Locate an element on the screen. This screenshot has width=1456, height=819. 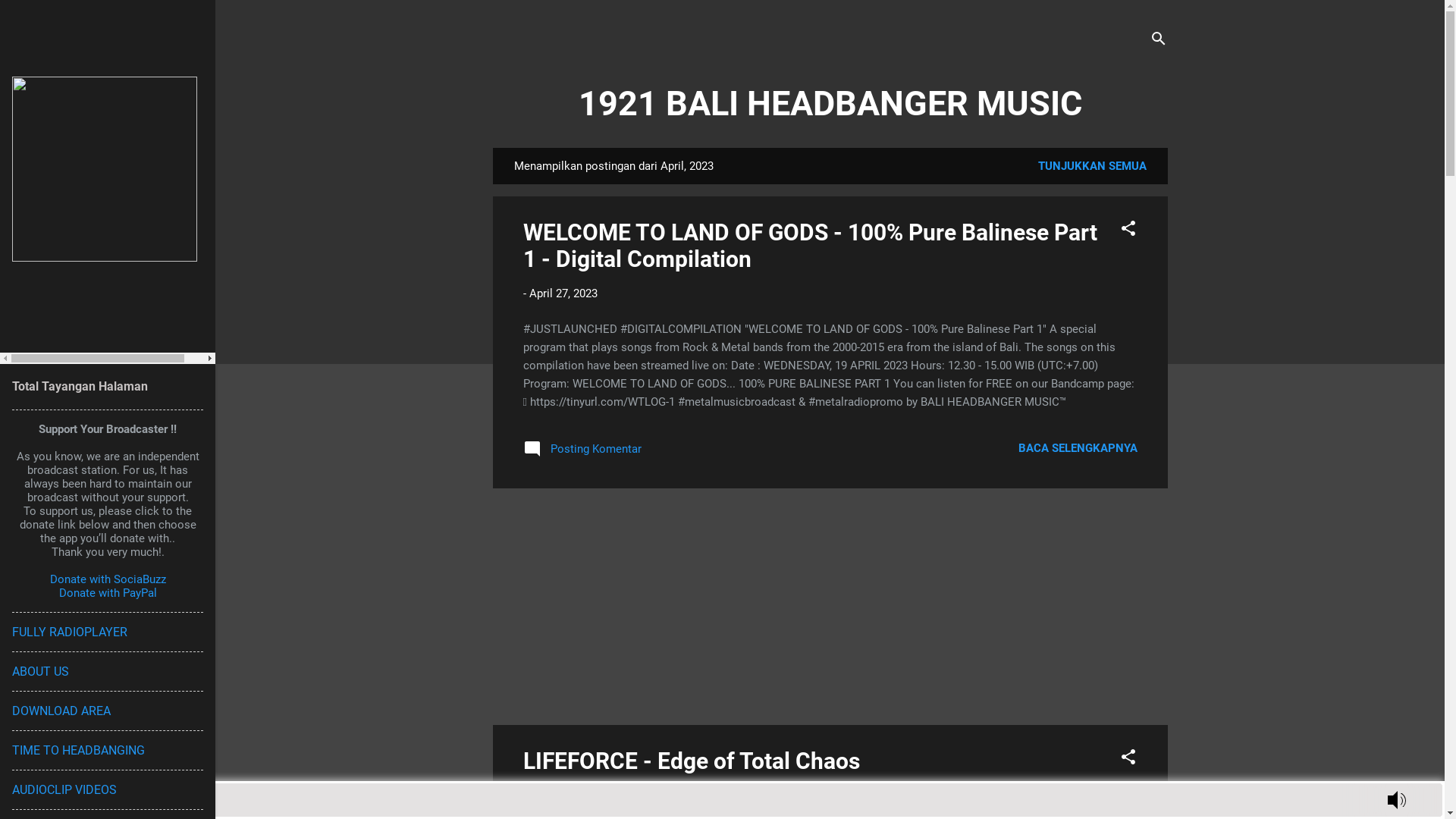
'April 24, 2023' is located at coordinates (529, 795).